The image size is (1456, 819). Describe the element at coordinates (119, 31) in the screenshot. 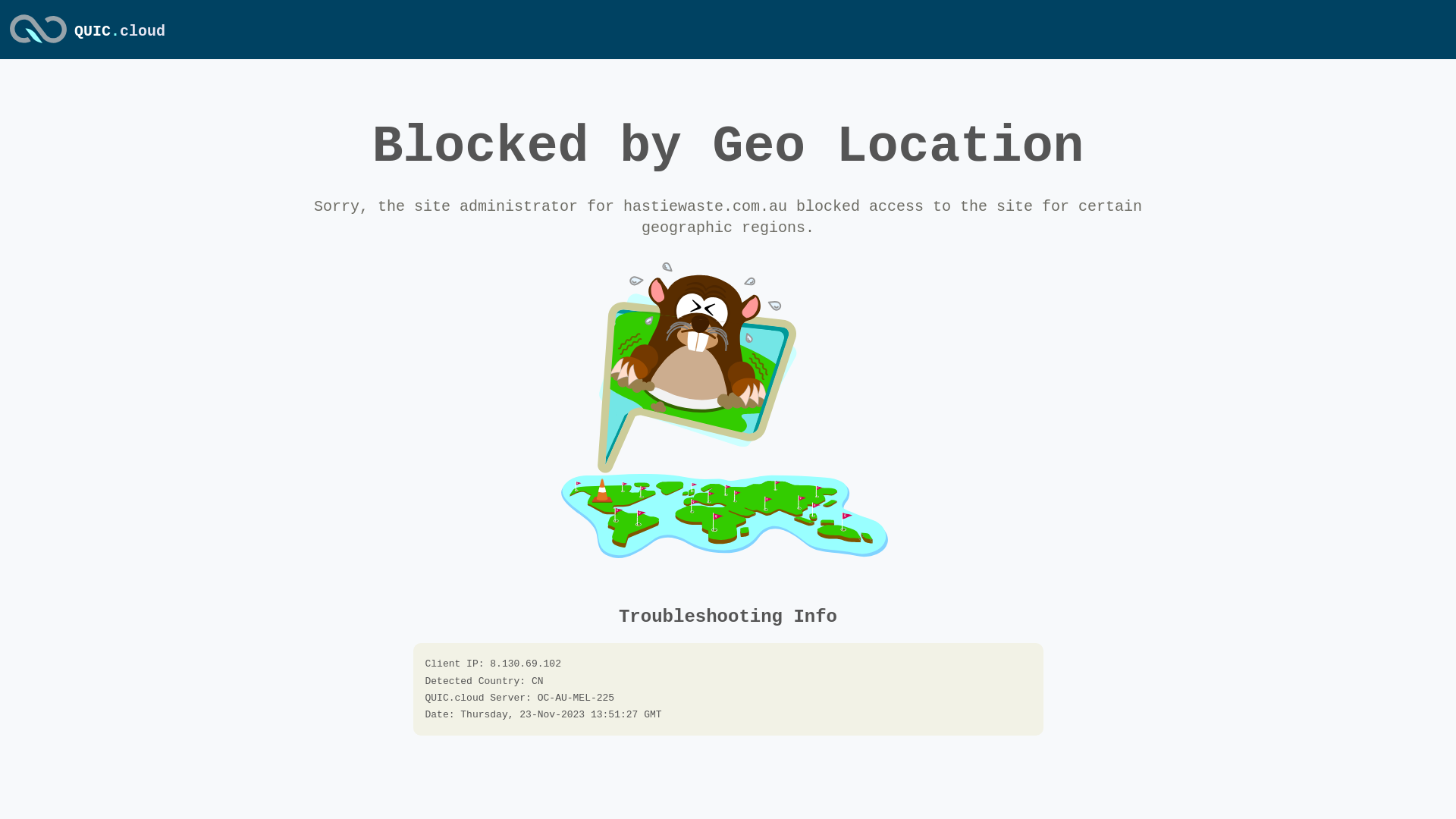

I see `'QUIC.cloud'` at that location.